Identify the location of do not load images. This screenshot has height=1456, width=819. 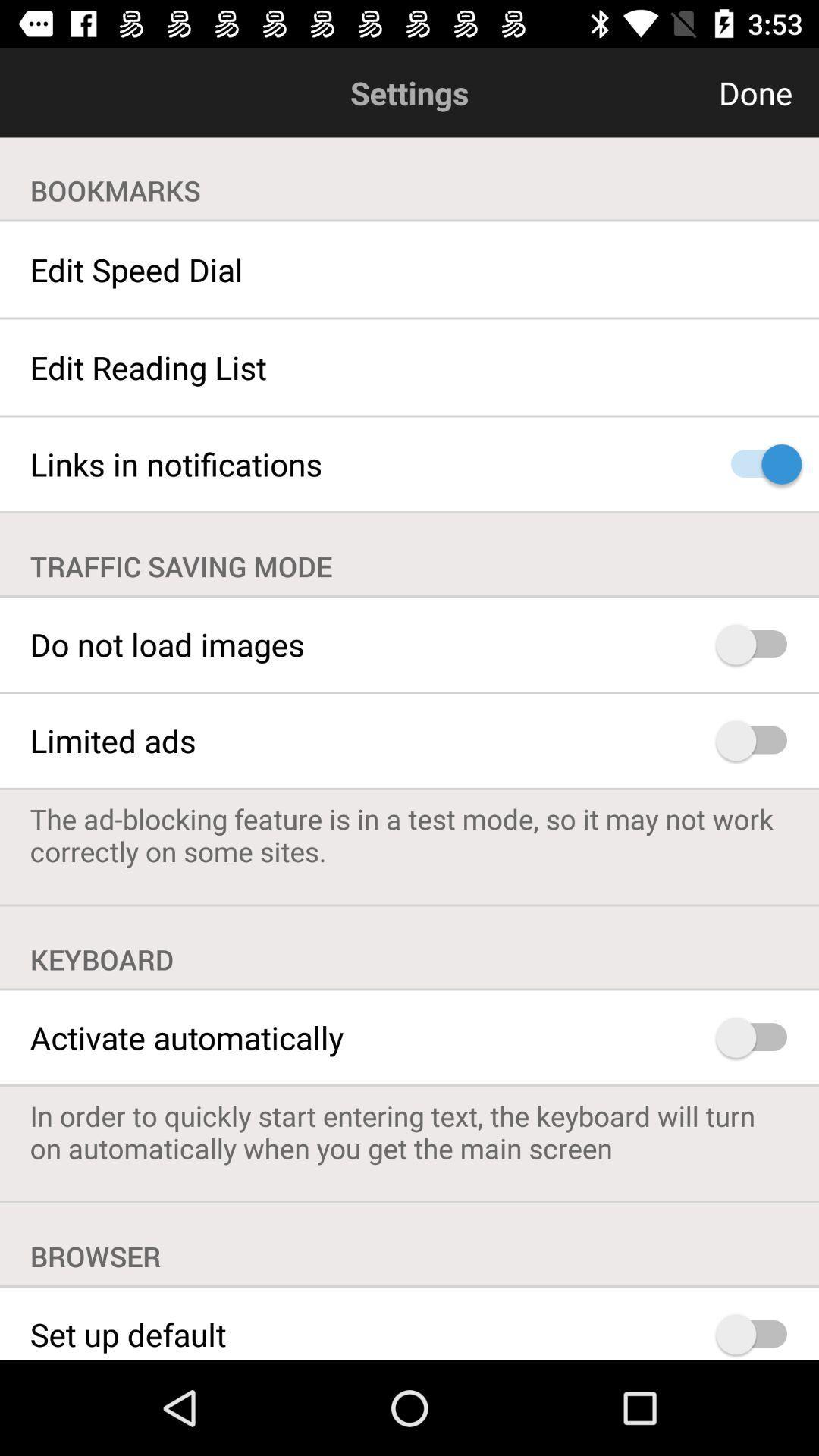
(758, 645).